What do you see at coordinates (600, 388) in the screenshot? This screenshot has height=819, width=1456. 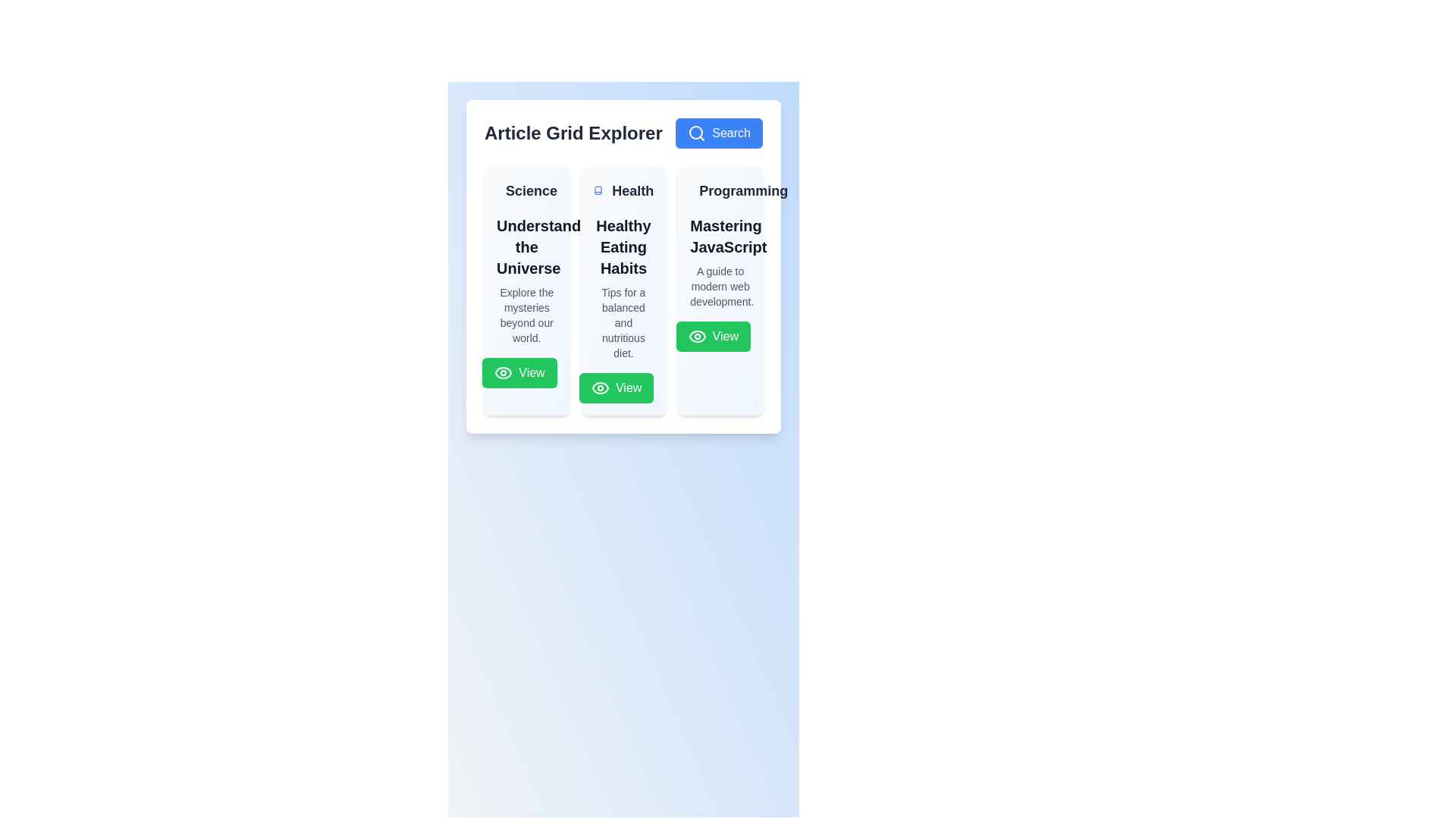 I see `the 'View' icon located within the green button below the 'Healthy Eating Habits' card` at bounding box center [600, 388].